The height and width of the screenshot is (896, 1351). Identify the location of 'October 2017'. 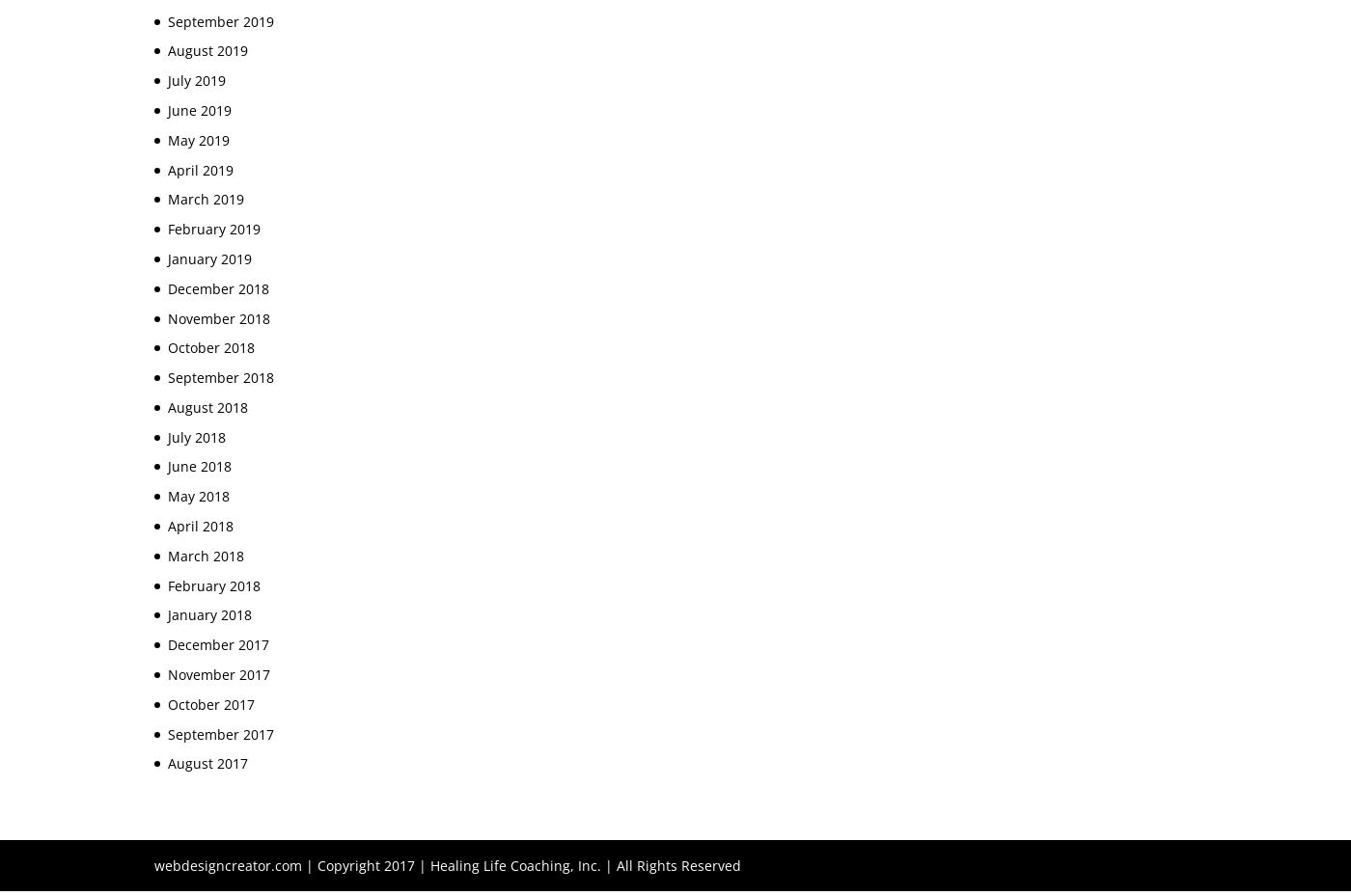
(210, 703).